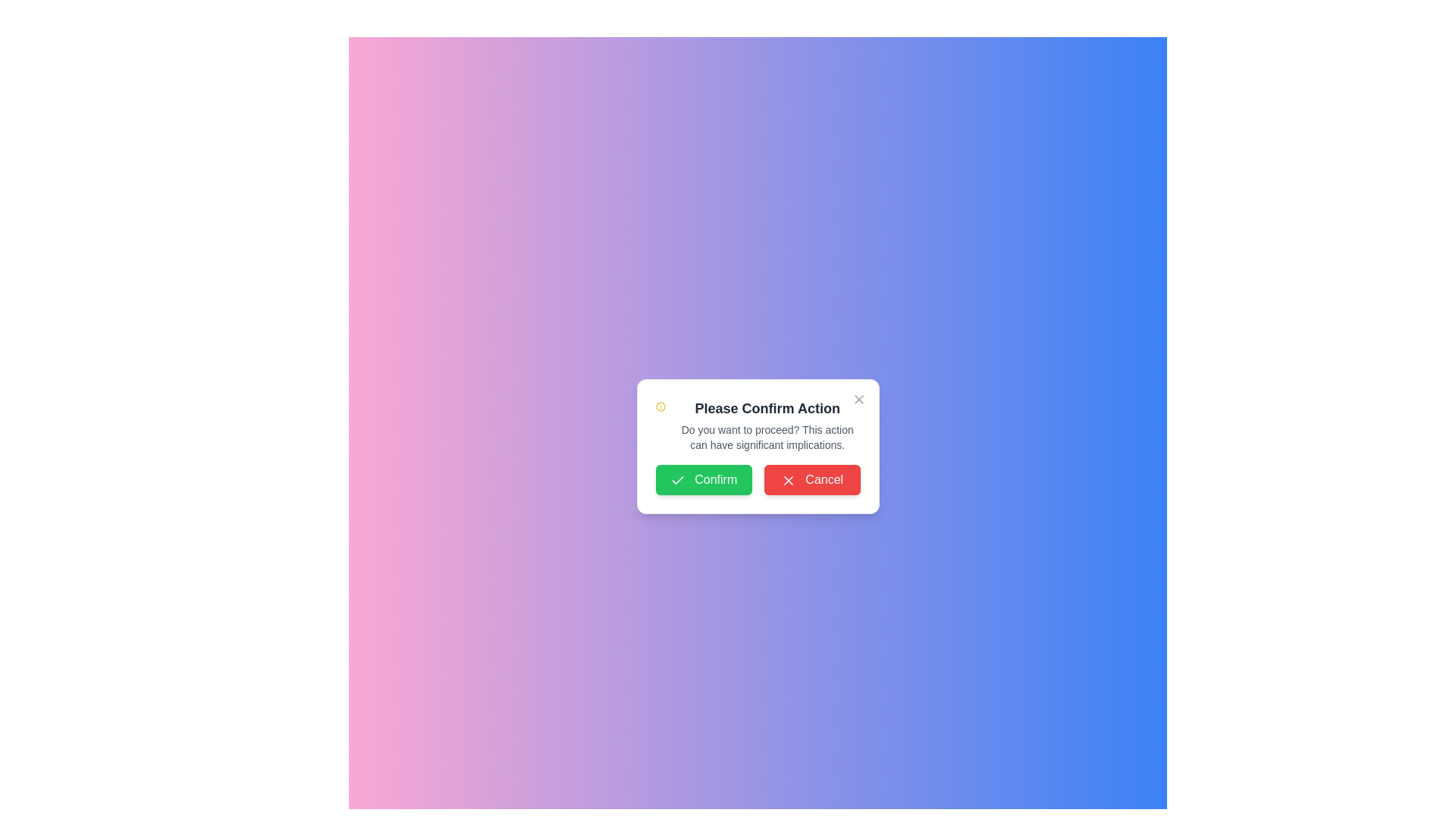  I want to click on the 'Confirm' button in the Button Group located centrally below the textual content to proceed with the action, so click(758, 479).